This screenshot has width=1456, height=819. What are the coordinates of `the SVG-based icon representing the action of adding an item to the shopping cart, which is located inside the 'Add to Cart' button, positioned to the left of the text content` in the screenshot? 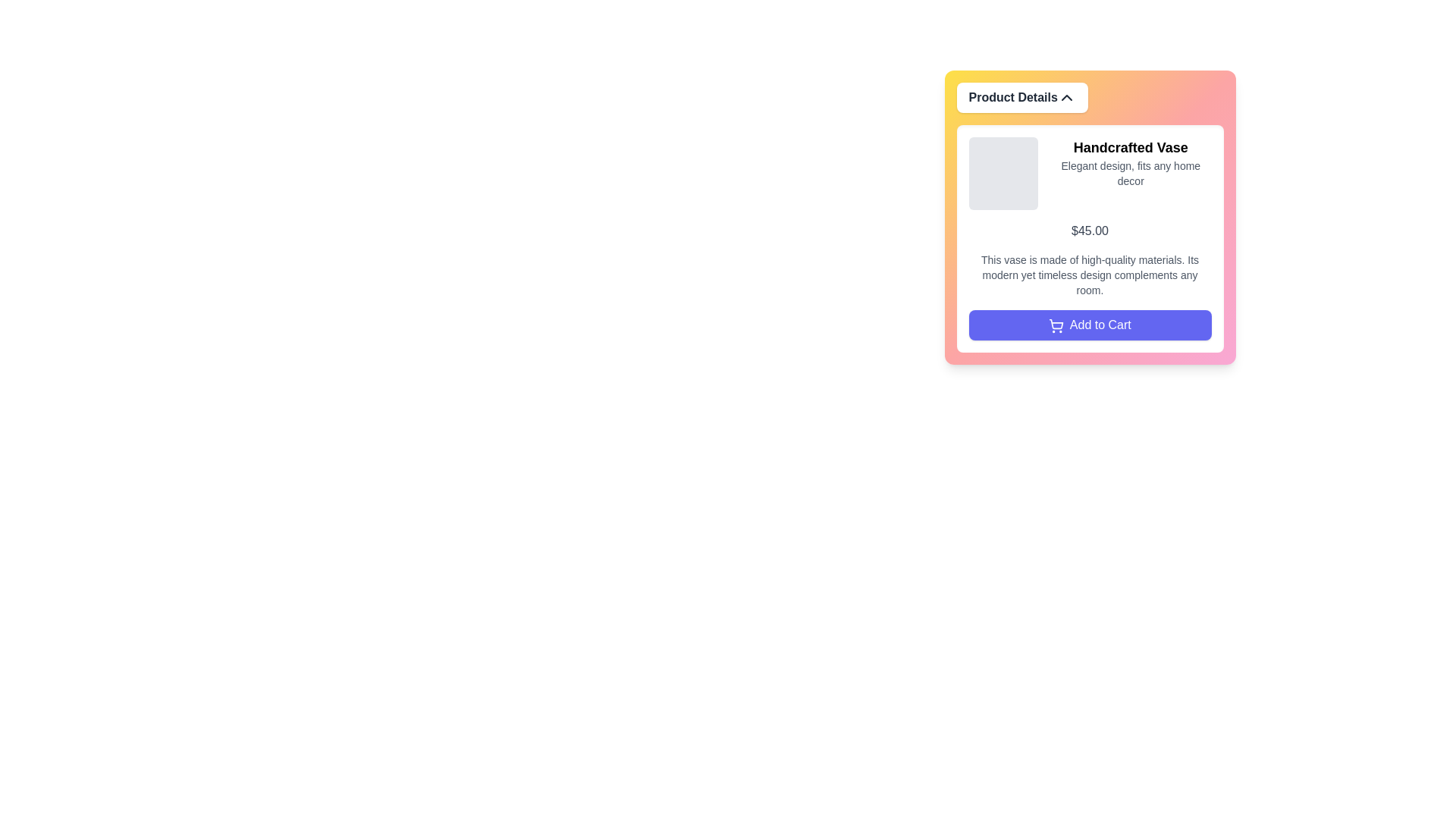 It's located at (1056, 325).